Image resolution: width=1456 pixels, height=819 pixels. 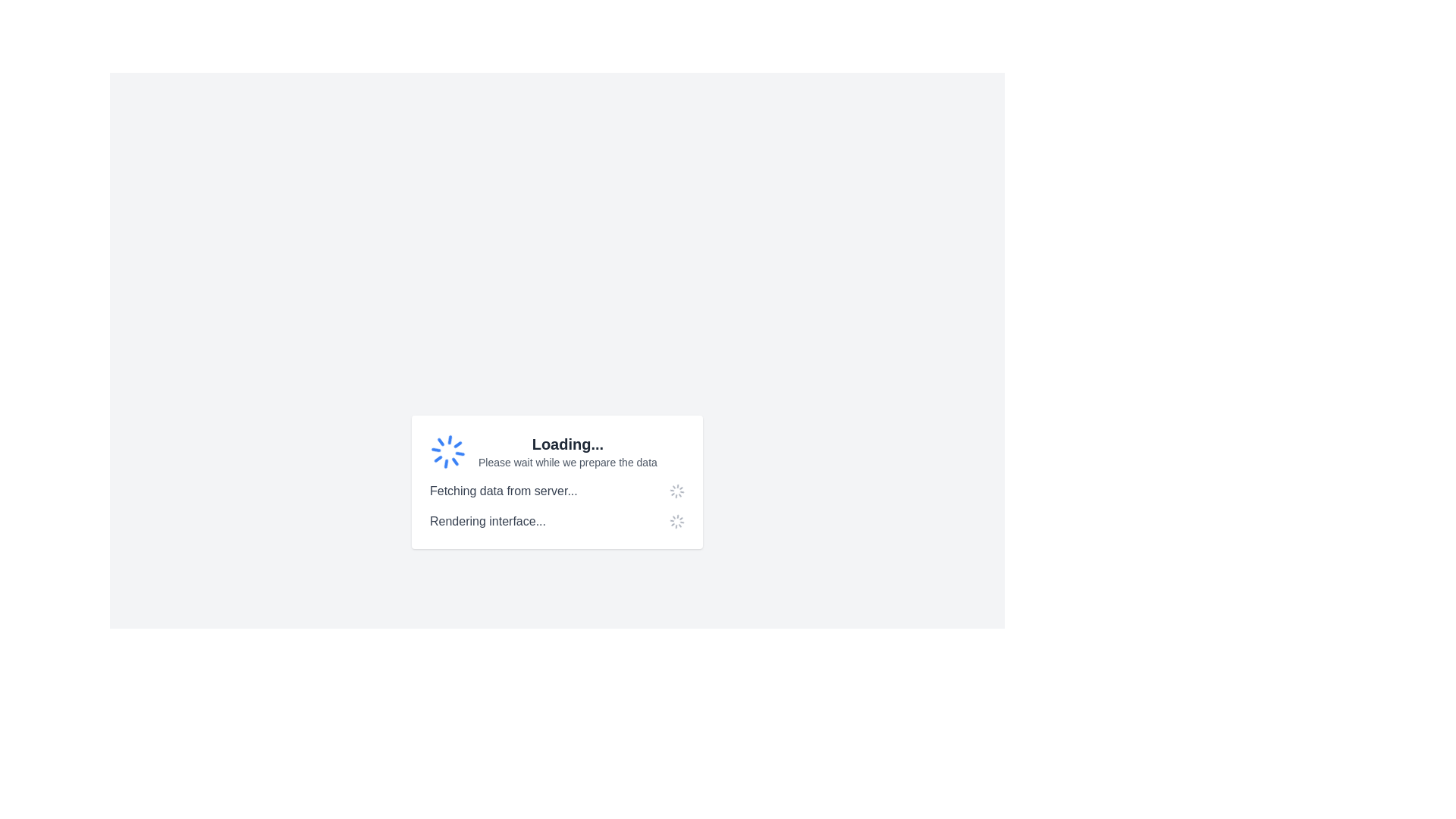 What do you see at coordinates (488, 520) in the screenshot?
I see `the light gray text label displayed in a standard sans-serif font located at the leftmost side of a loading modal, positioned next to a spinner icon` at bounding box center [488, 520].